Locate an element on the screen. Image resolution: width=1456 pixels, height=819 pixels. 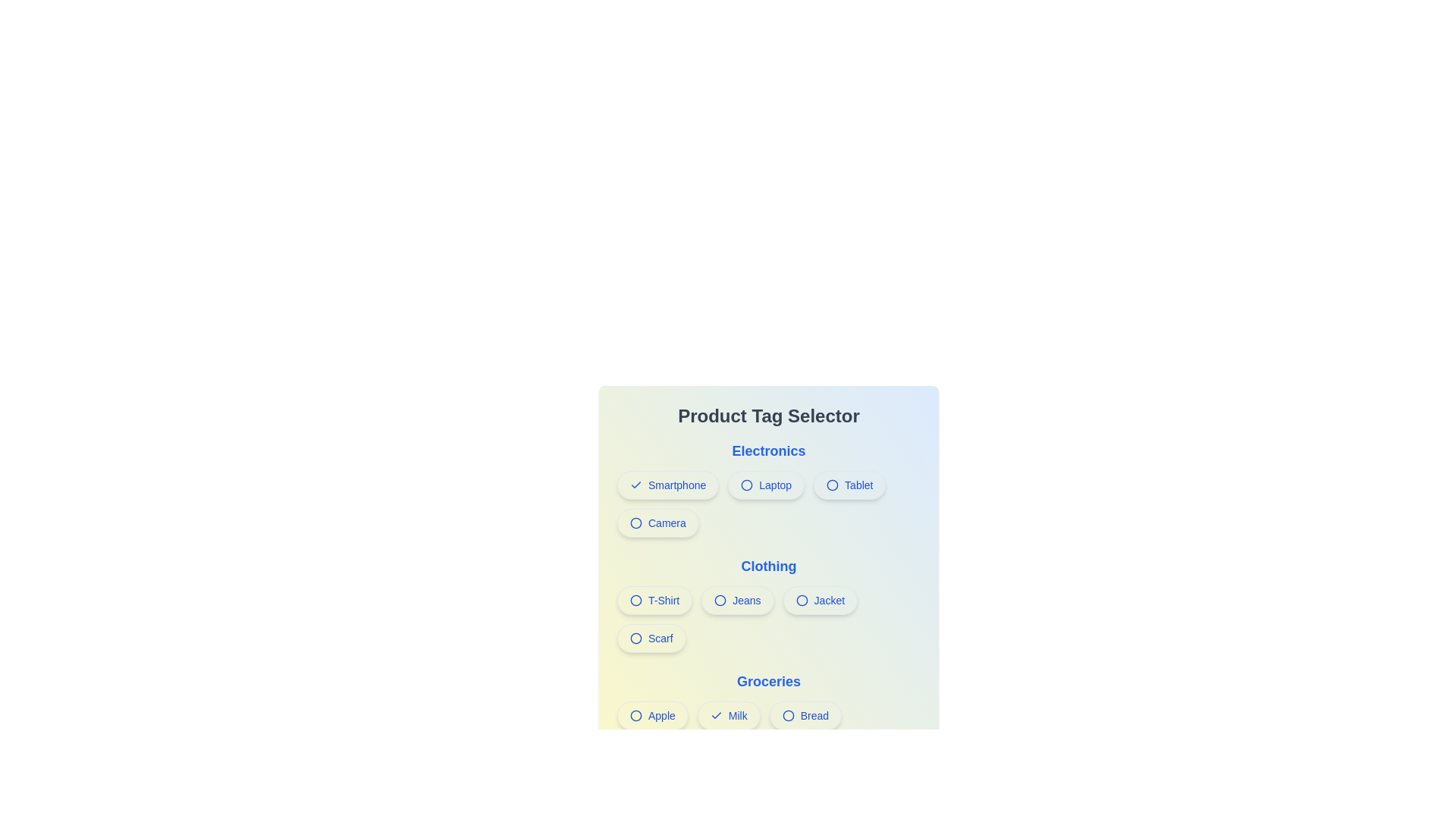
the 'Tablet' button which contains a circular icon with a thin outline, located in the top-right section of the 'Electronics' category in the 'Product Tag Selector' section is located at coordinates (832, 485).